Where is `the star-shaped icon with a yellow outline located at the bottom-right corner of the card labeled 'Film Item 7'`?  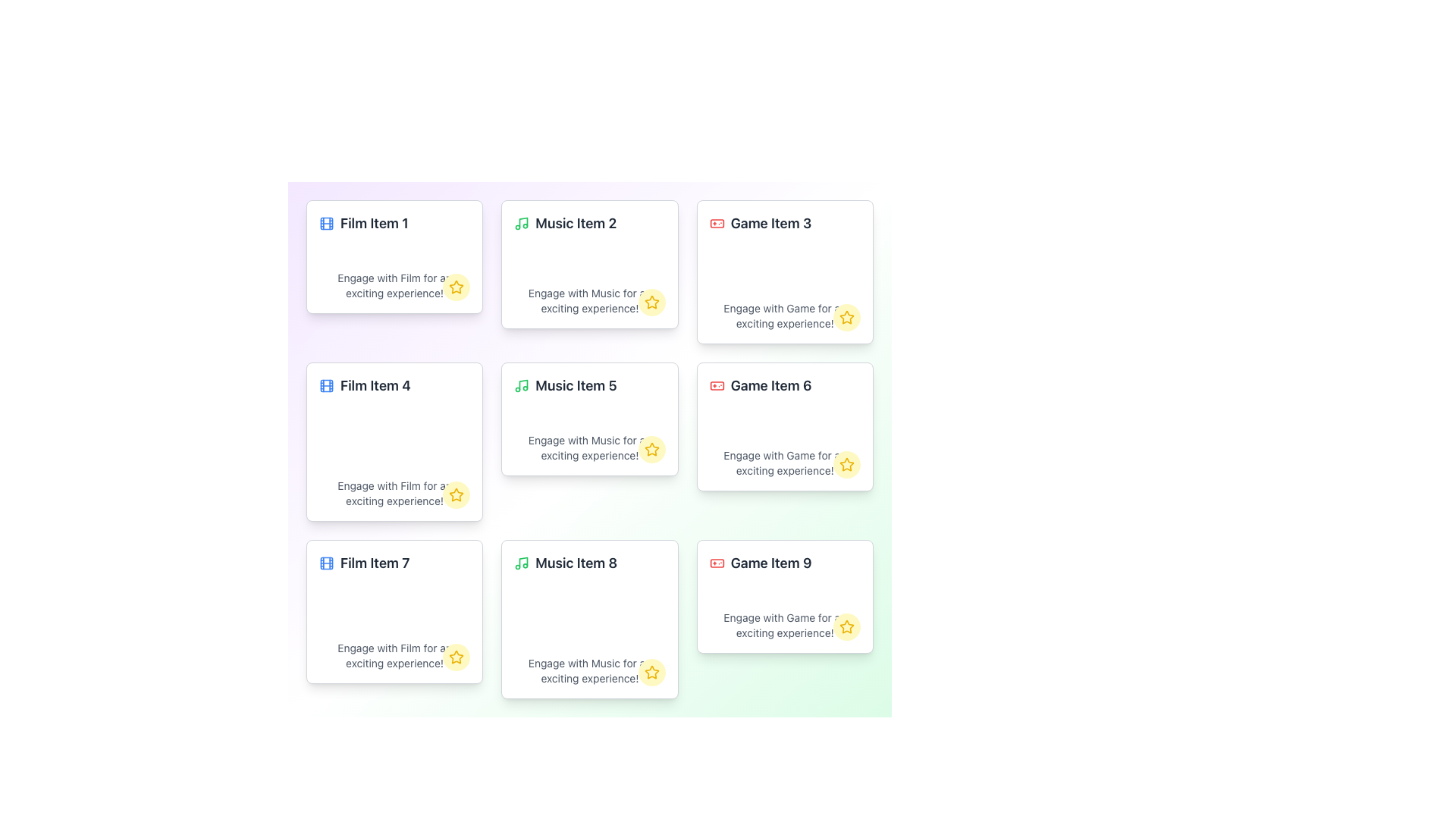 the star-shaped icon with a yellow outline located at the bottom-right corner of the card labeled 'Film Item 7' is located at coordinates (455, 657).